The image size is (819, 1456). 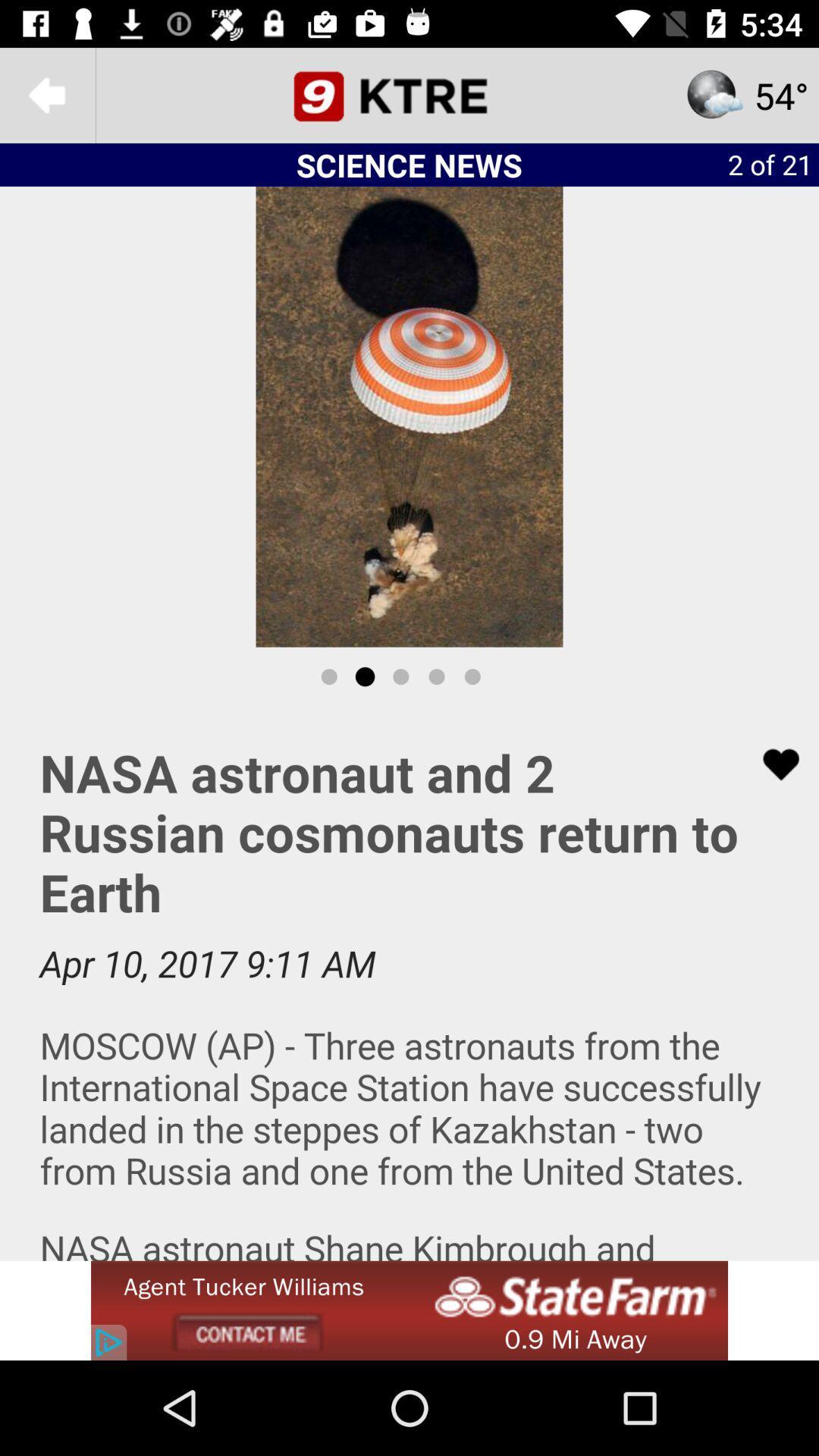 I want to click on goto back, so click(x=46, y=94).